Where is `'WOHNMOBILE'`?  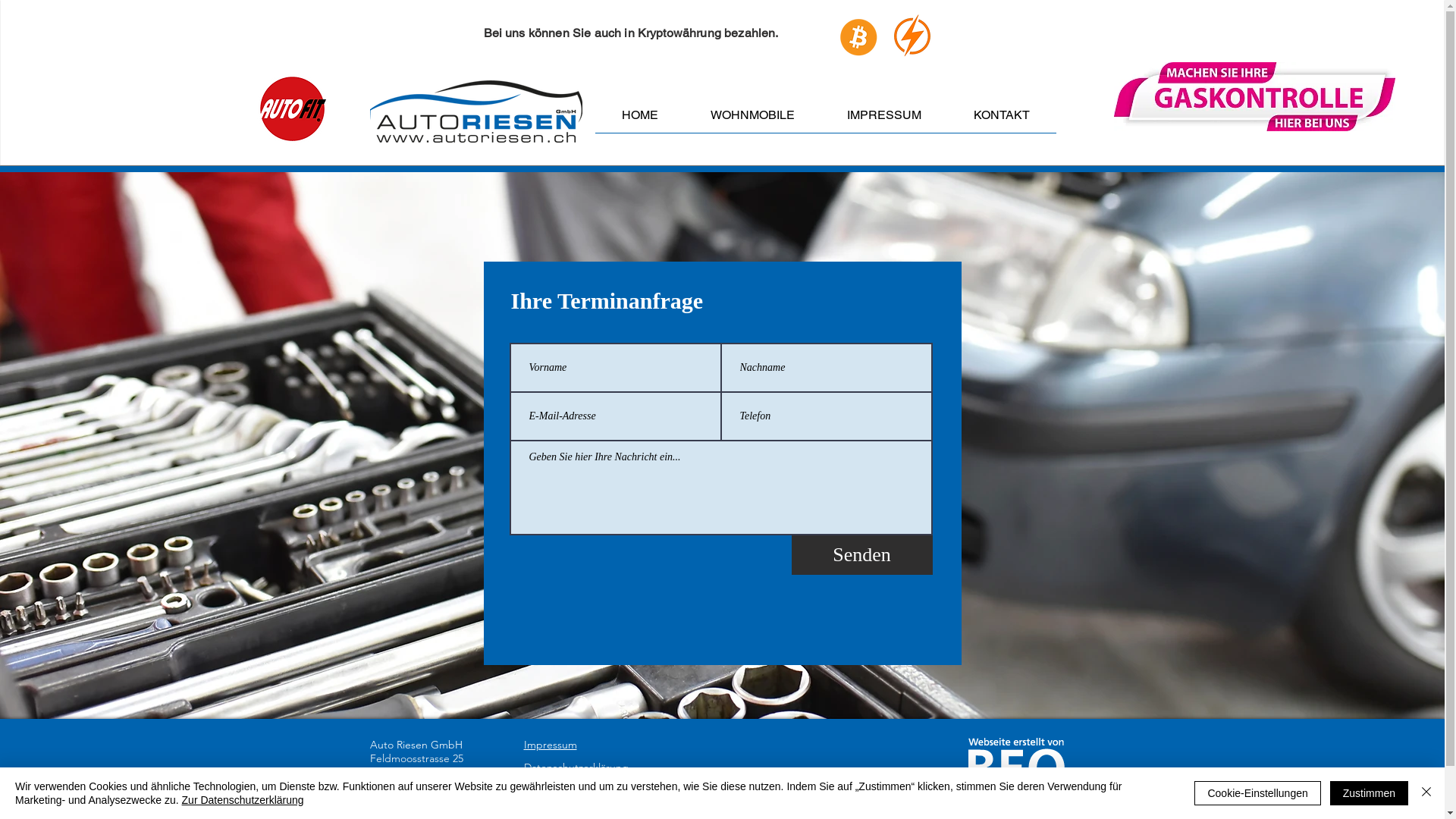 'WOHNMOBILE' is located at coordinates (683, 119).